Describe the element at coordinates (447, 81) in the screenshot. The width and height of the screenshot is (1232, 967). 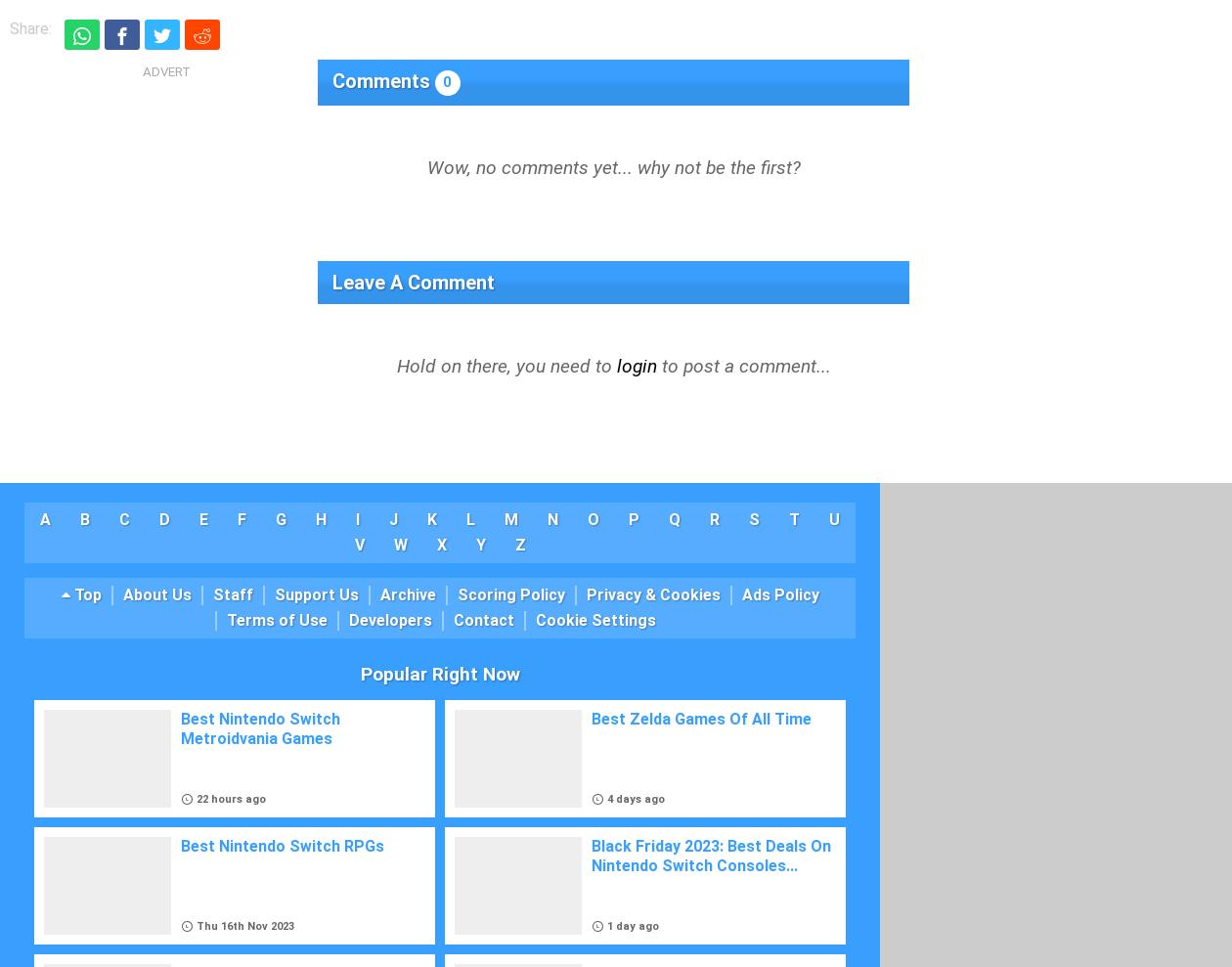
I see `'0'` at that location.